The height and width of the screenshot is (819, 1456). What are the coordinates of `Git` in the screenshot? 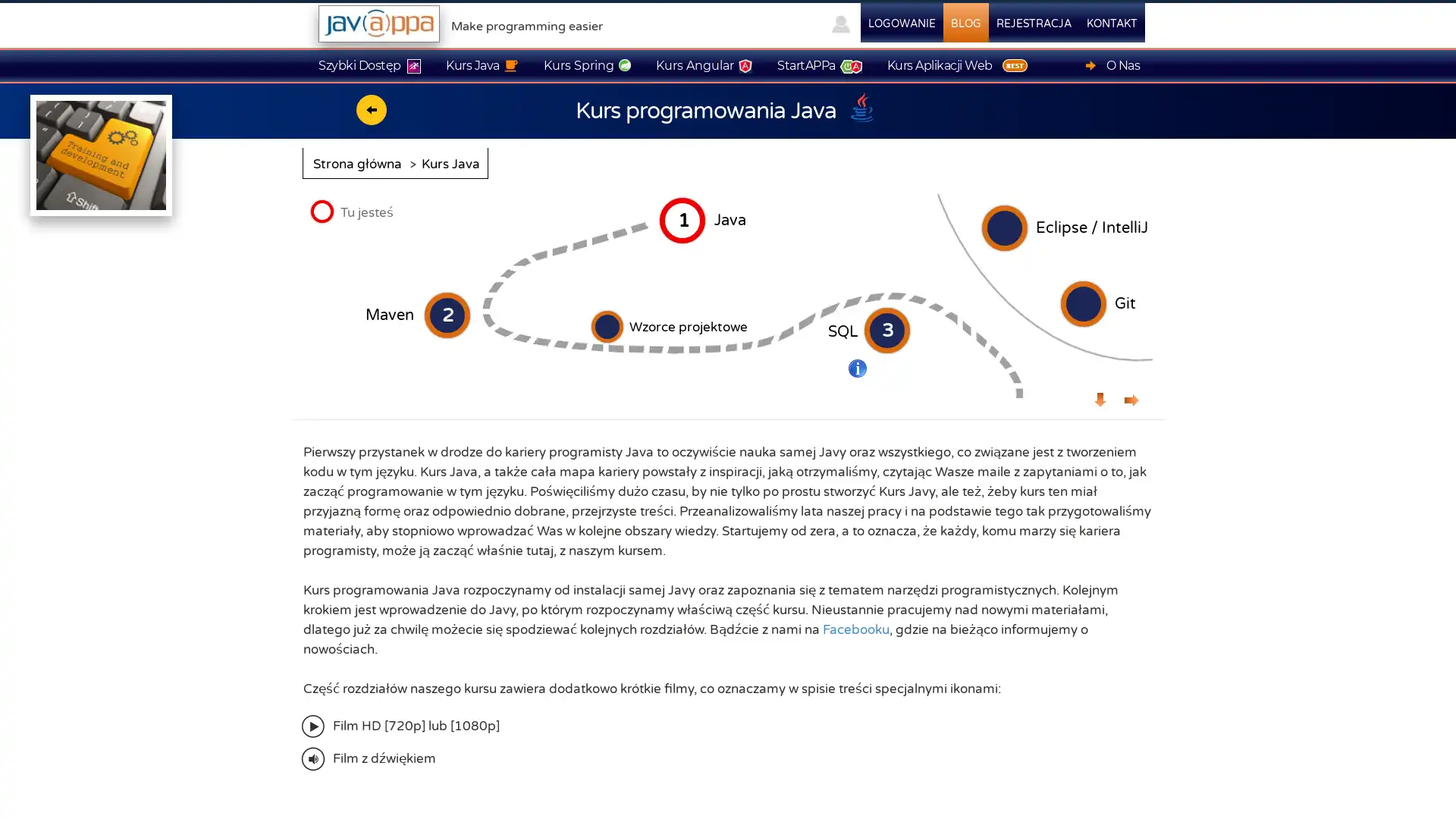 It's located at (1119, 304).